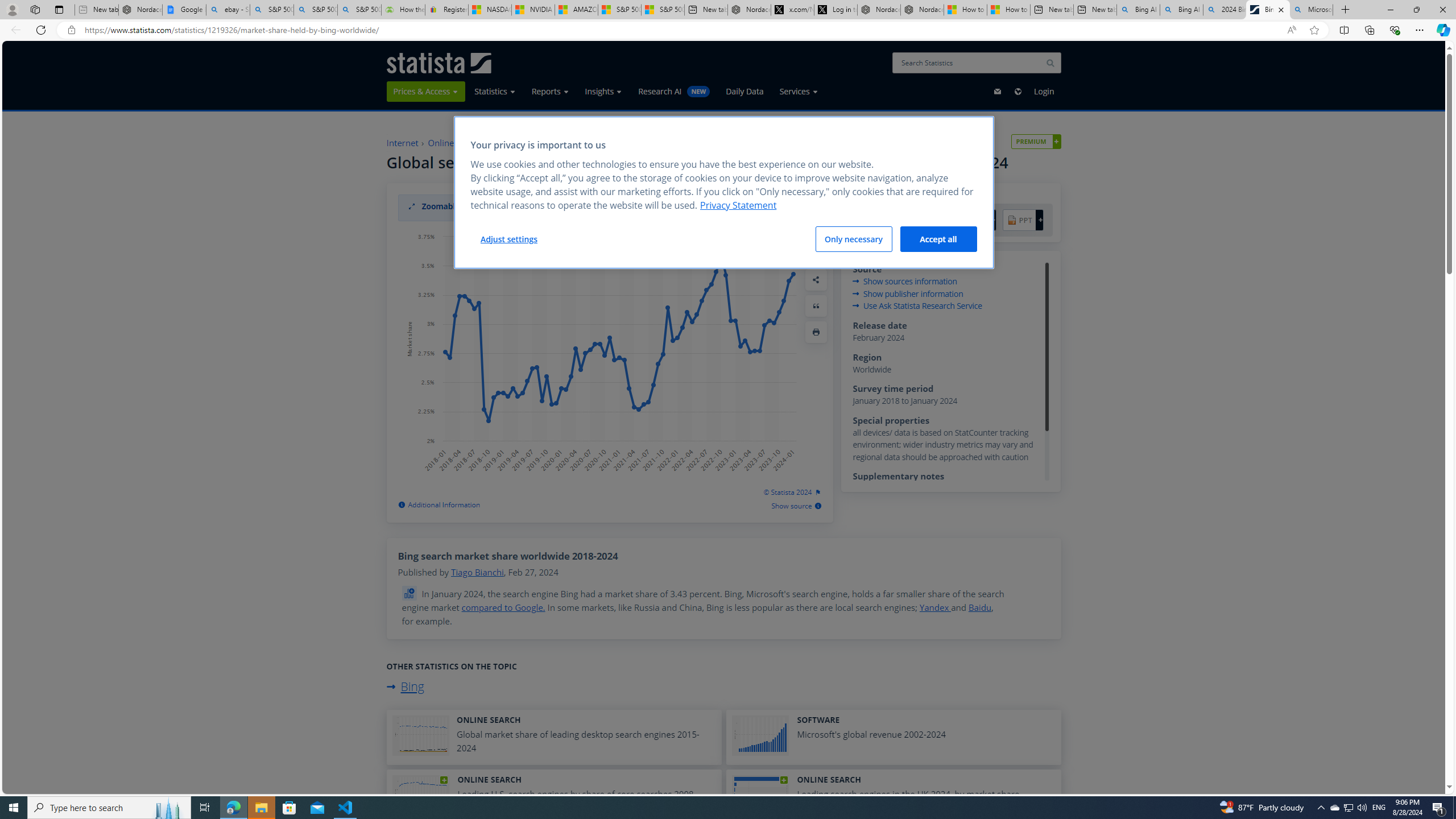 The width and height of the screenshot is (1456, 819). I want to click on 'Microsoft Bing Timeline - Search', so click(1310, 9).